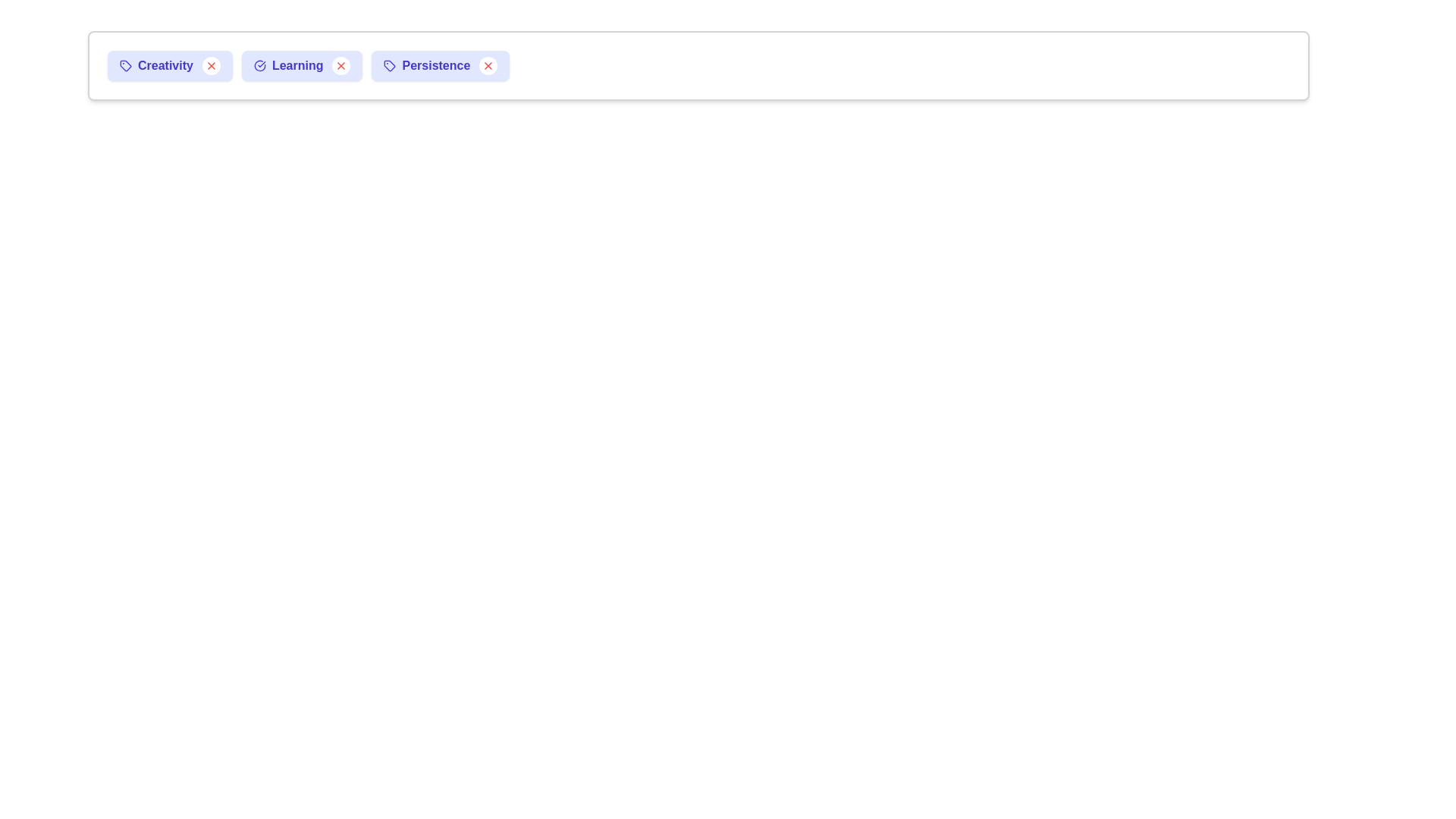  What do you see at coordinates (170, 65) in the screenshot?
I see `the chip labeled Creativity to observe visual changes` at bounding box center [170, 65].